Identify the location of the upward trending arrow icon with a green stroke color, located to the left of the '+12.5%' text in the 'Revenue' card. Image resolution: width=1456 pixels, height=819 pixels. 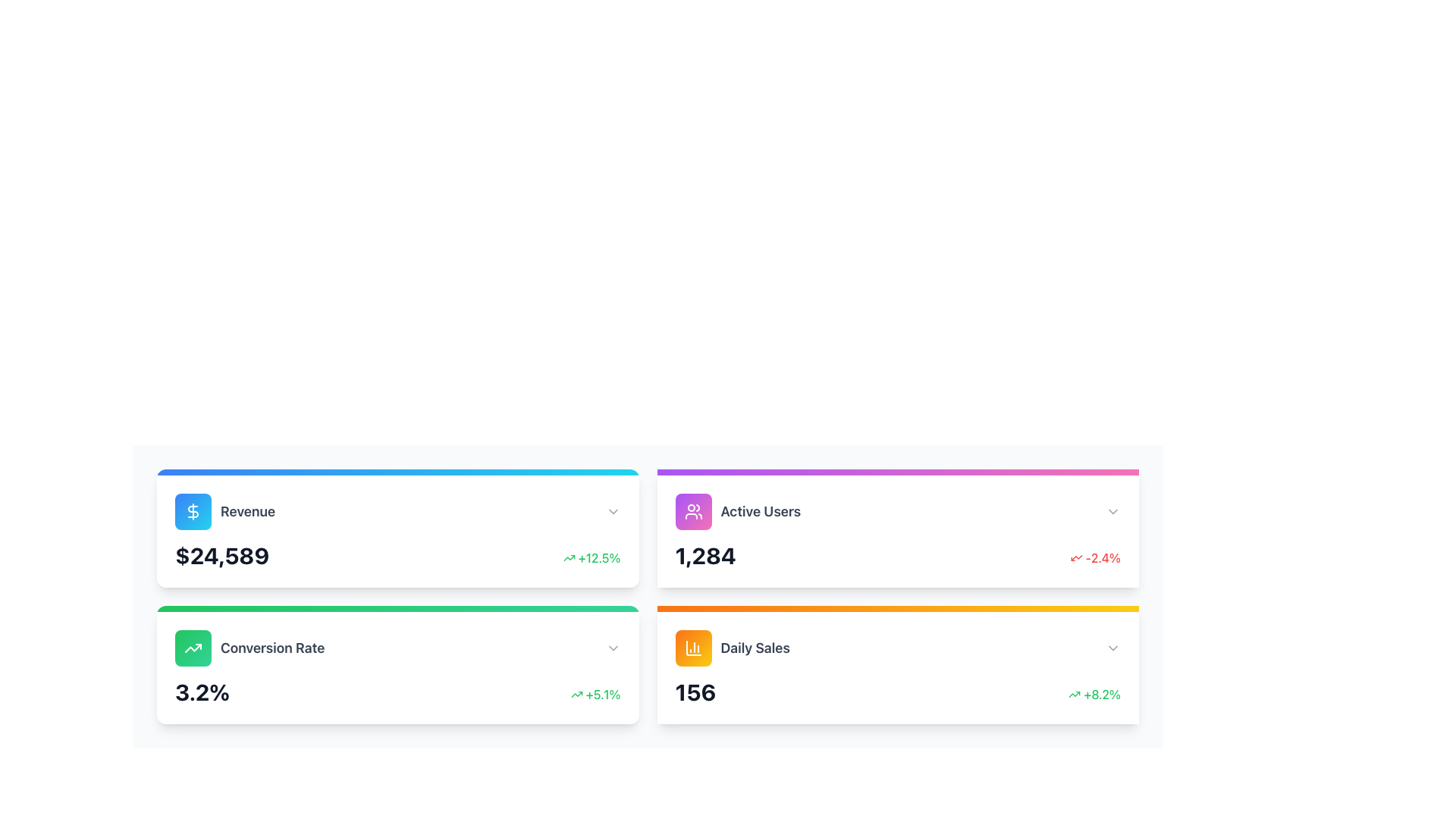
(568, 558).